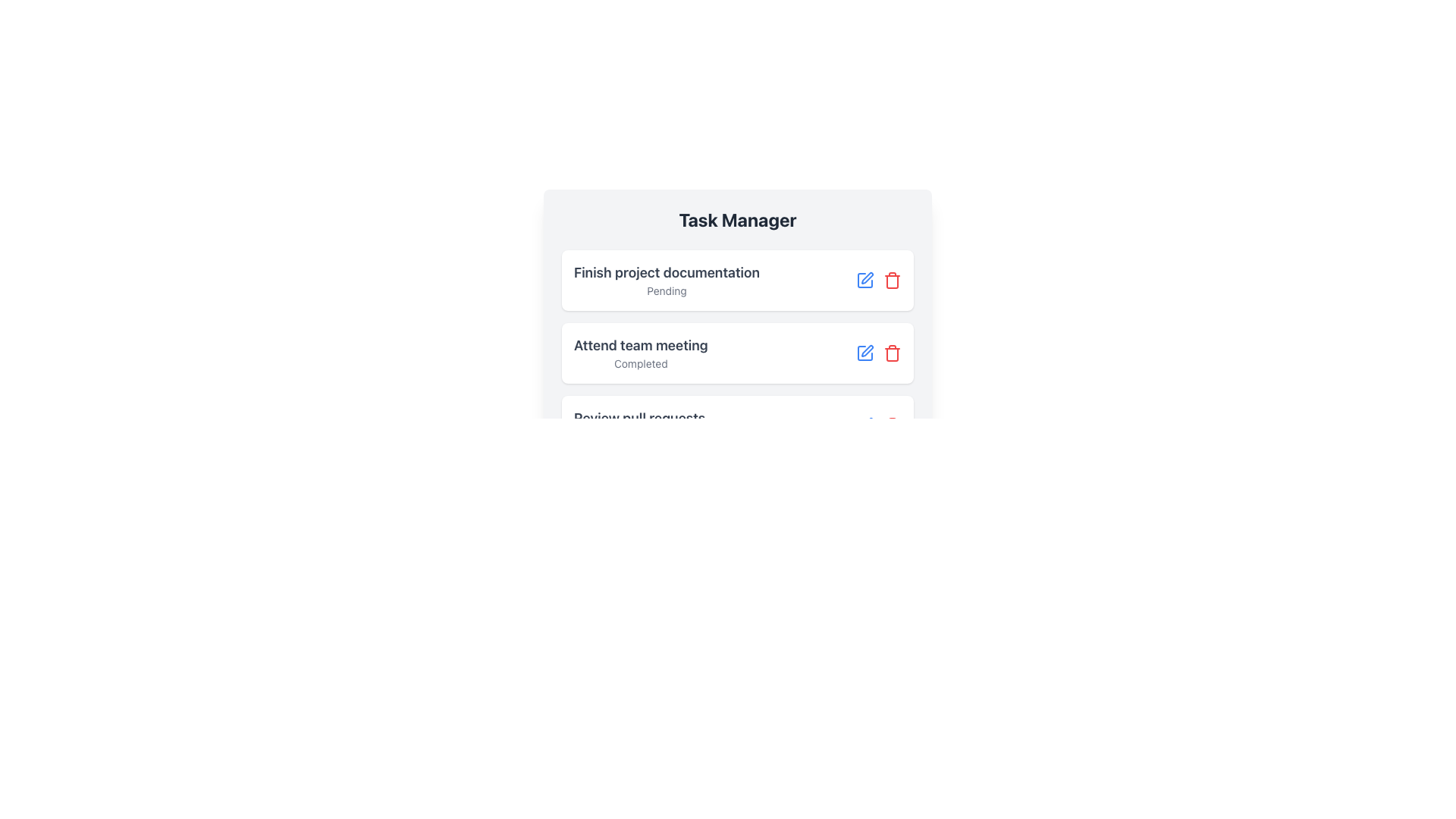  What do you see at coordinates (667, 281) in the screenshot?
I see `the main descriptive text for the task located in the first card of the vertical list under the 'Task Manager' title` at bounding box center [667, 281].